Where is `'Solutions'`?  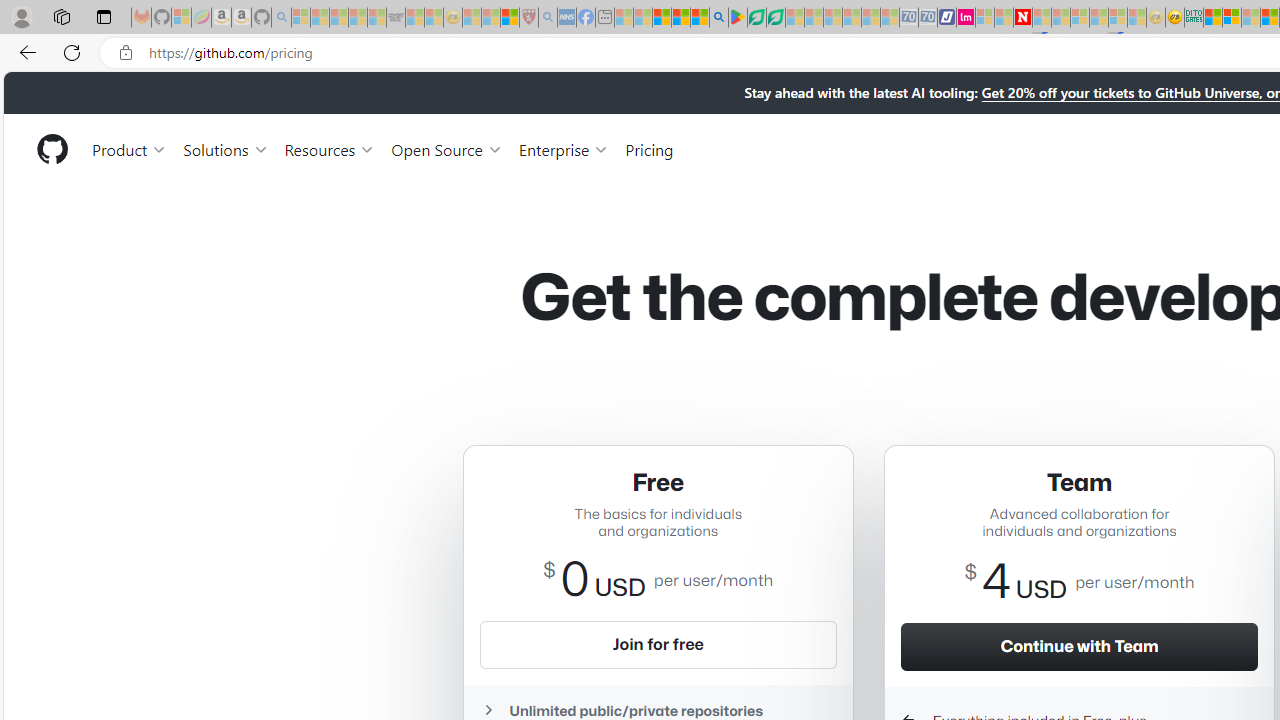
'Solutions' is located at coordinates (225, 148).